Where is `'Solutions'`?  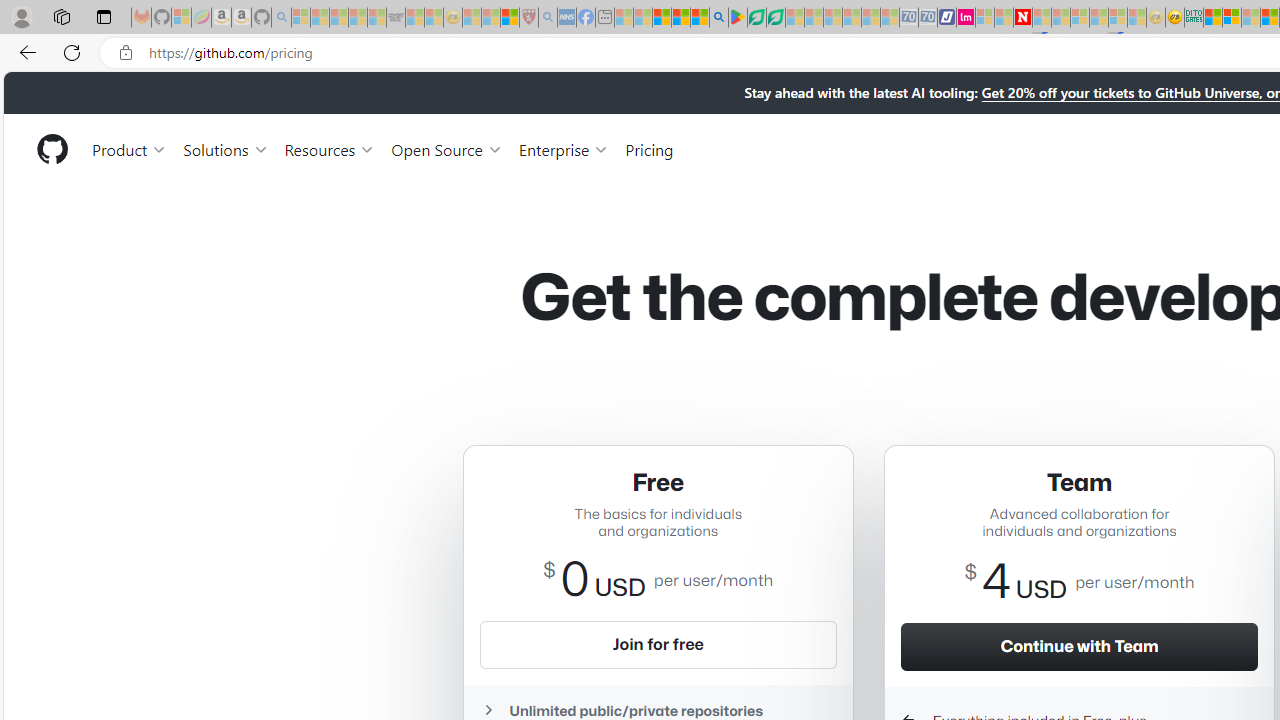
'Solutions' is located at coordinates (225, 148).